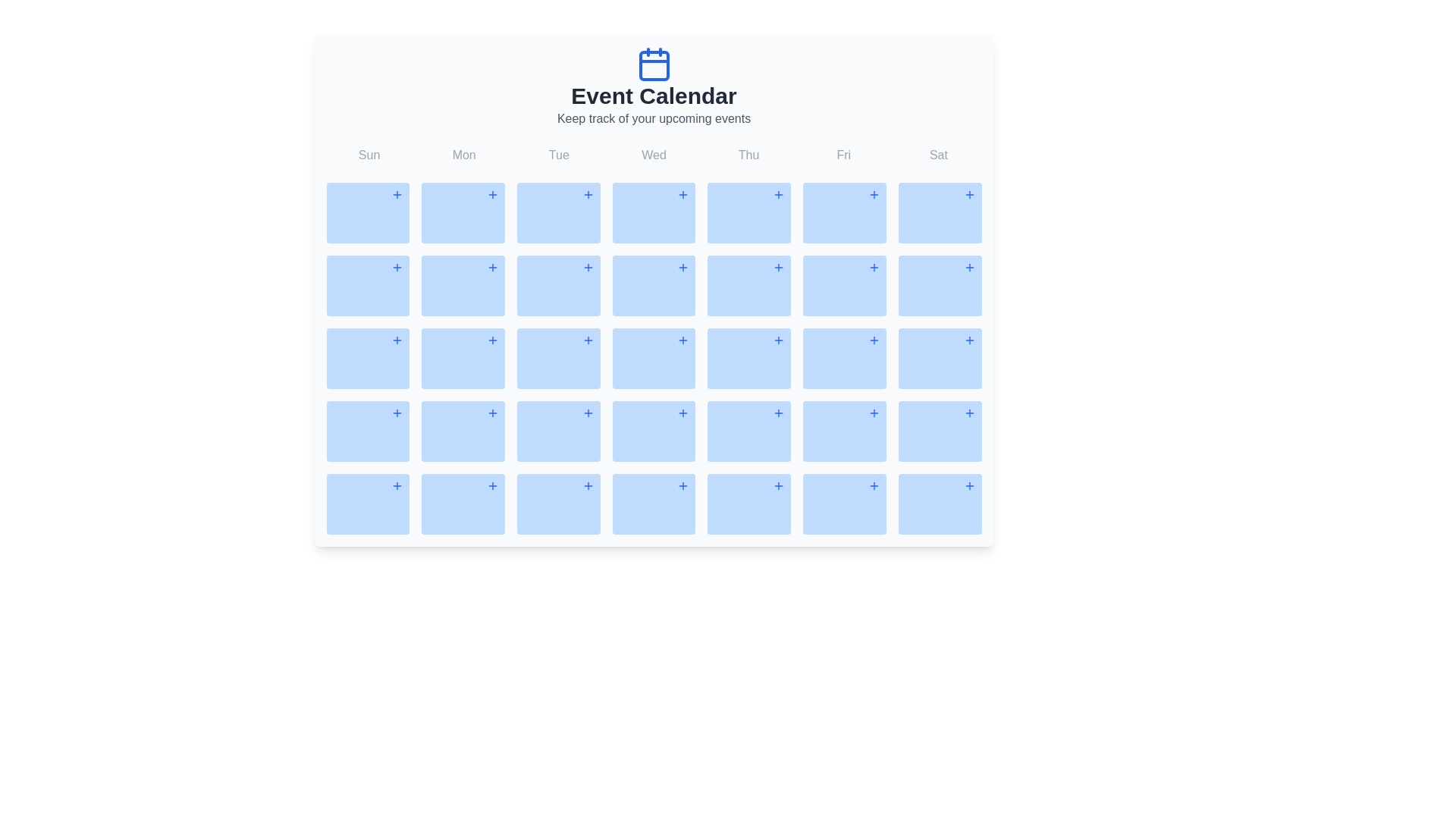 This screenshot has width=1456, height=819. I want to click on the blue plus icon button located in the top-right corner of the third row and third column tile, so click(587, 413).